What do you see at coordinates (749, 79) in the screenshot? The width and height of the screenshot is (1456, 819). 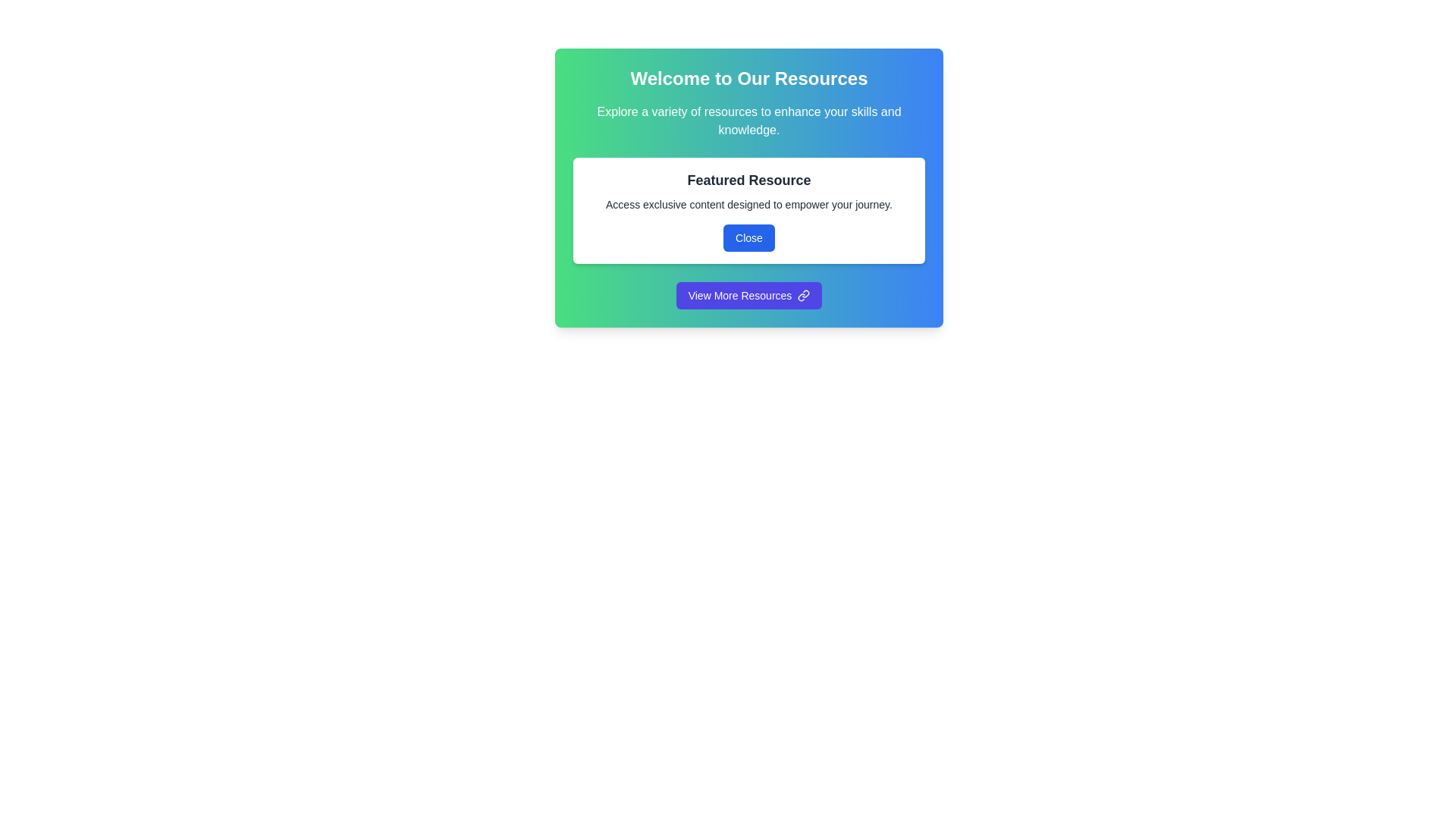 I see `welcoming title text label located at the top-center of the rounded rectangular card with a gradient background` at bounding box center [749, 79].